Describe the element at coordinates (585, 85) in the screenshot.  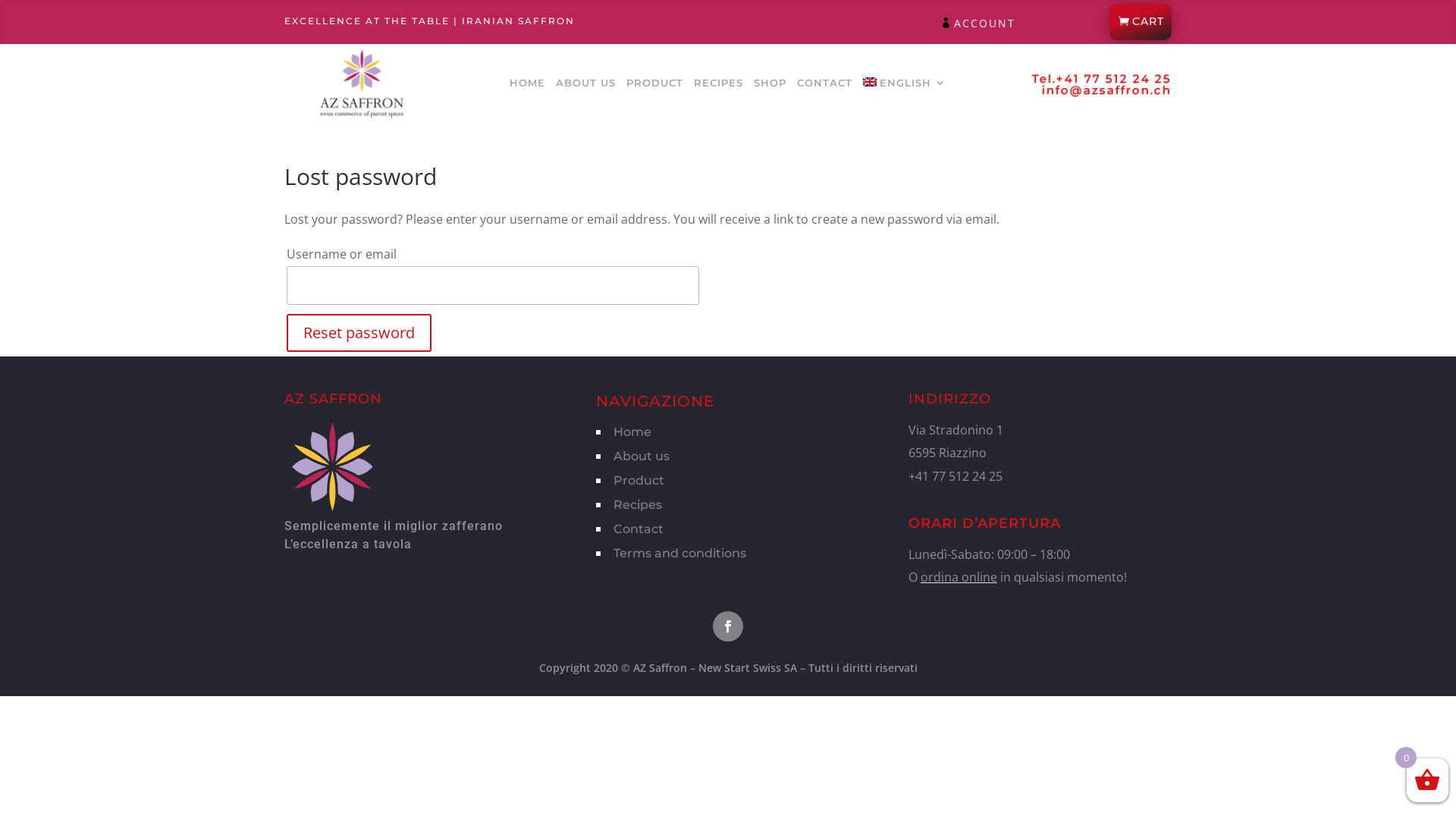
I see `'ABOUT US'` at that location.